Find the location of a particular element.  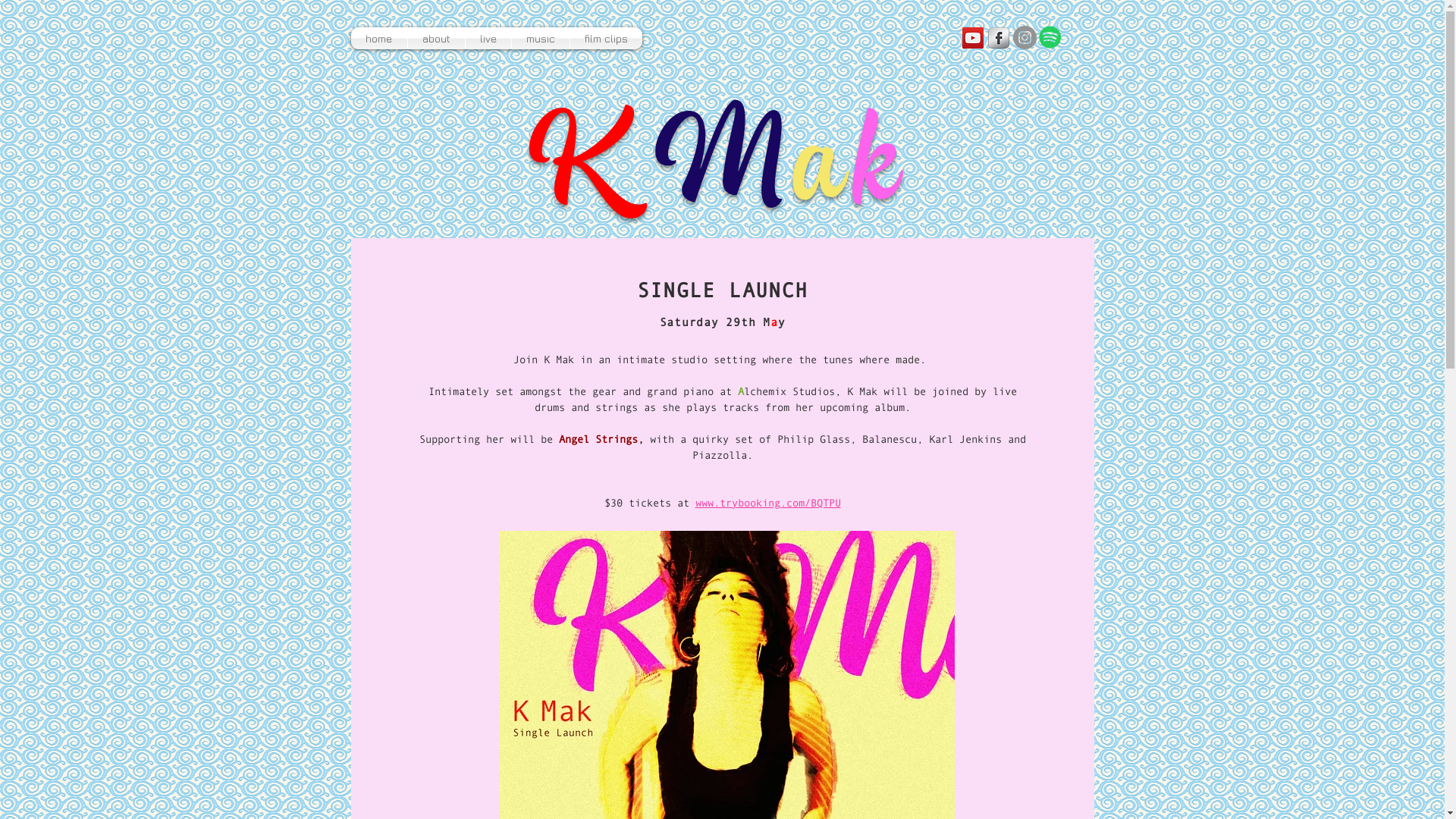

'live' is located at coordinates (488, 37).